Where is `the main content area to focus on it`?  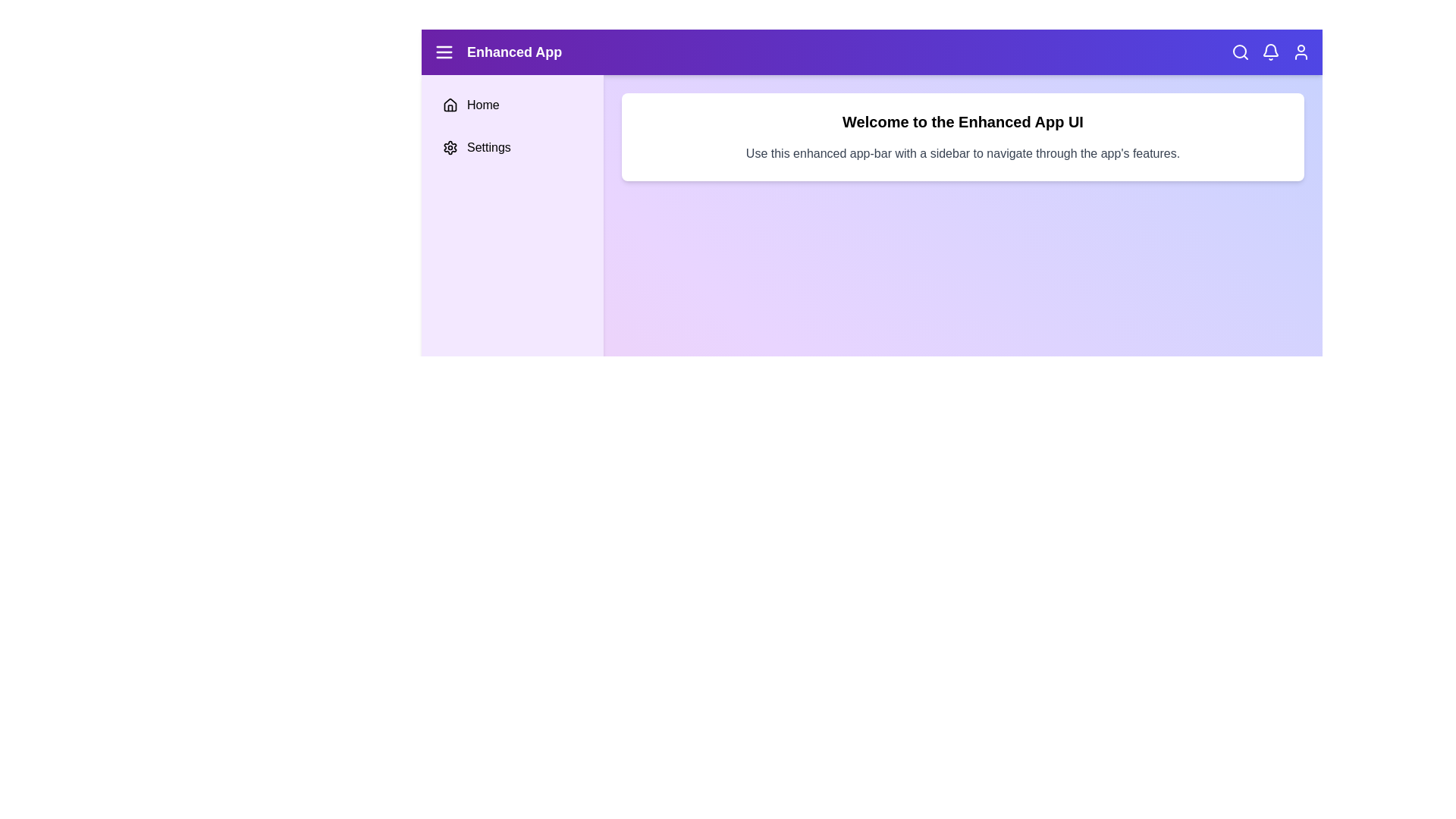 the main content area to focus on it is located at coordinates (962, 461).